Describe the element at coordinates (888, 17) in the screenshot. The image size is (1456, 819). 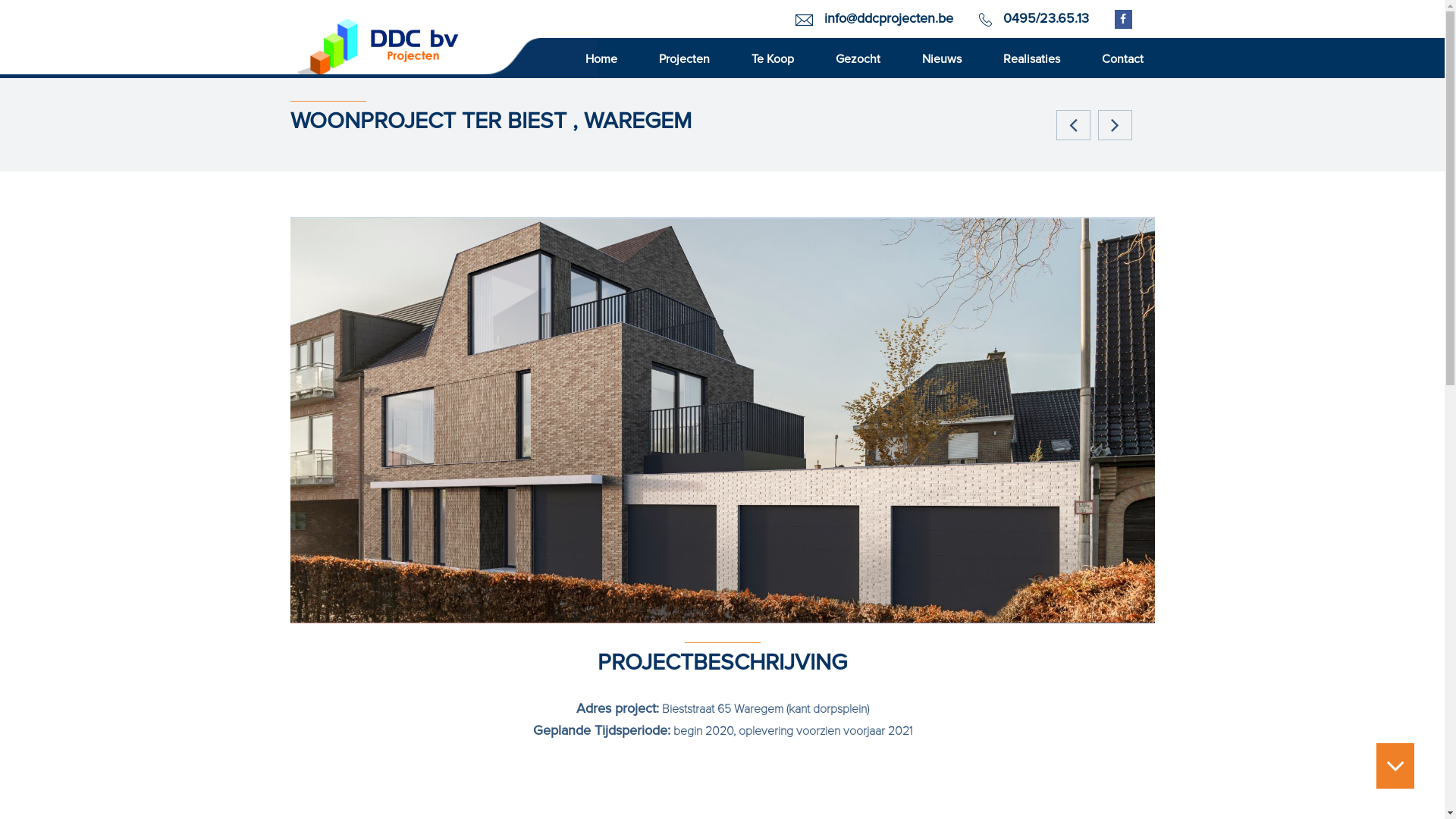
I see `'info@ddcprojecten.be'` at that location.